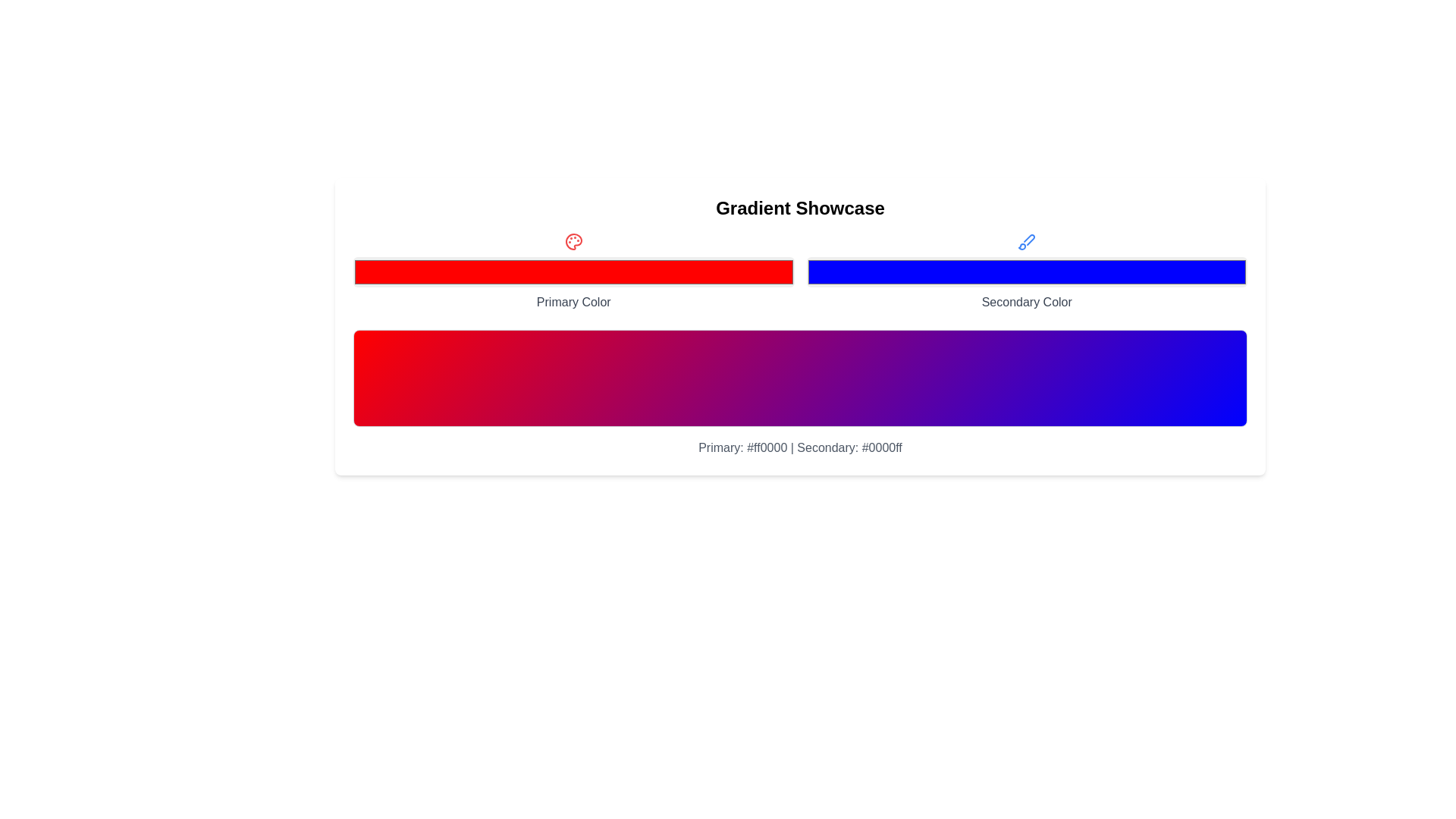 This screenshot has width=1456, height=819. What do you see at coordinates (849, 447) in the screenshot?
I see `the static text displaying 'Secondary: #0000ff'` at bounding box center [849, 447].